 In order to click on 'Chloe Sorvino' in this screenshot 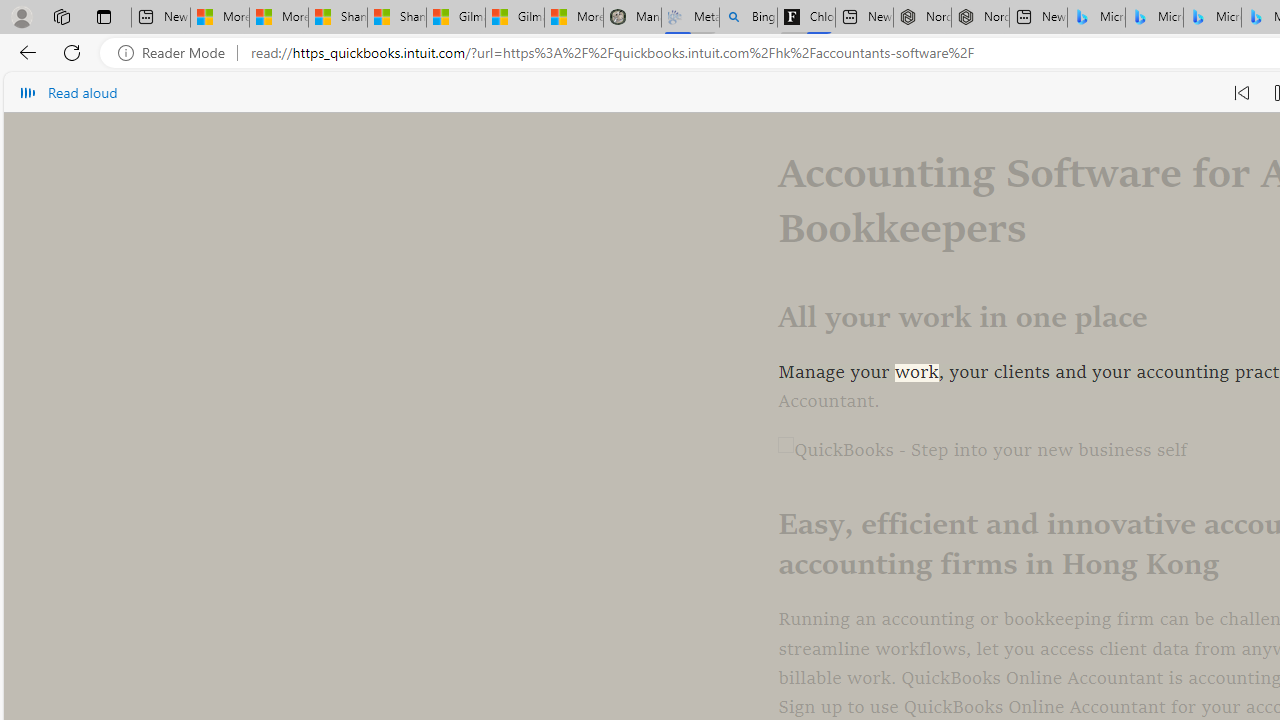, I will do `click(806, 17)`.